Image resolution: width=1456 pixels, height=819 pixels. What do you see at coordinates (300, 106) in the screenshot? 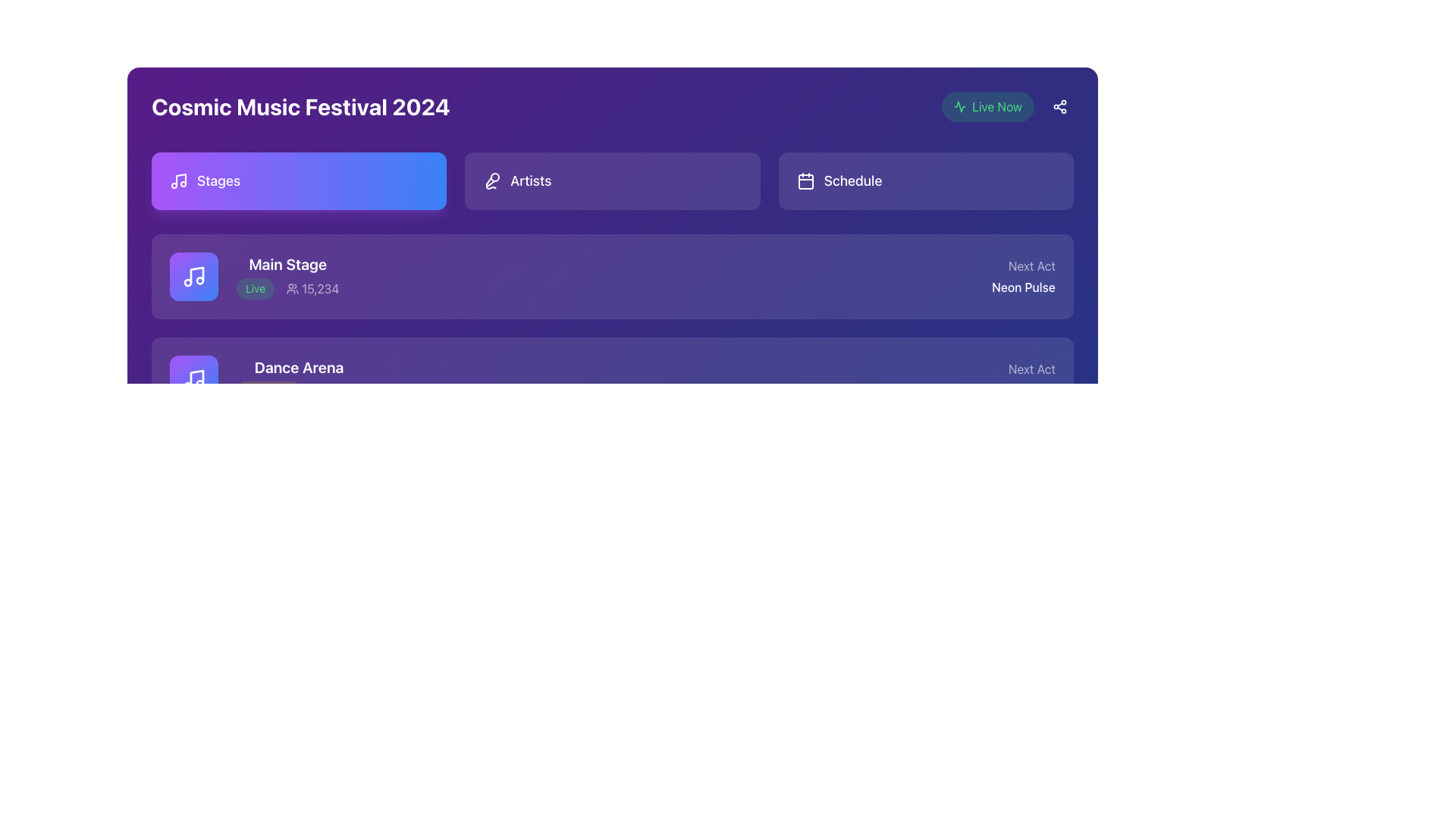
I see `the static text label or display header that prominently displays the name of the event or interface, located at the top-left corner of the interface` at bounding box center [300, 106].